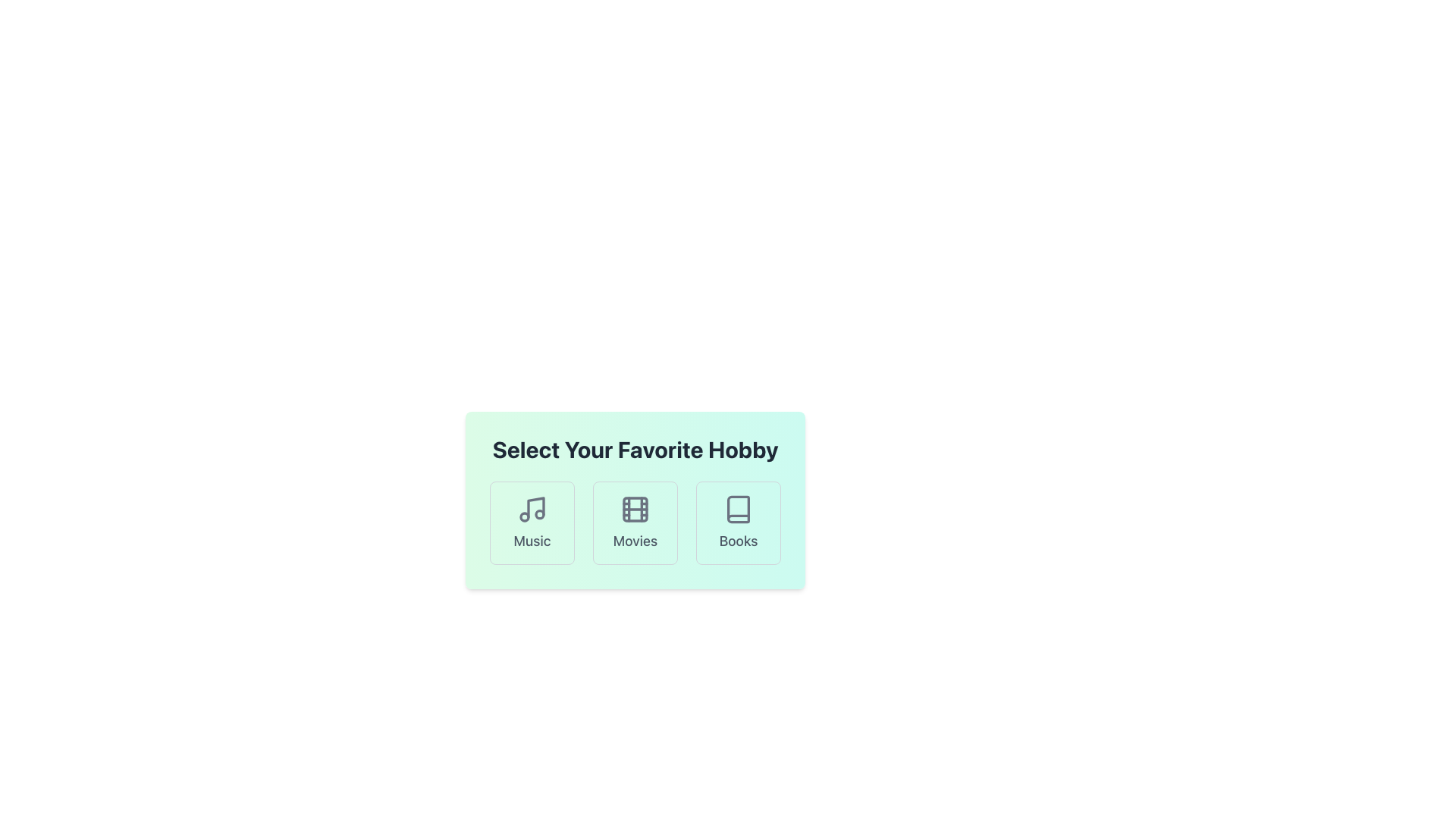 The height and width of the screenshot is (819, 1456). What do you see at coordinates (635, 449) in the screenshot?
I see `heading text 'Select Your Favorite Hobby' which is prominently displayed in a bold and large font at the top-middle position of the card-style component` at bounding box center [635, 449].